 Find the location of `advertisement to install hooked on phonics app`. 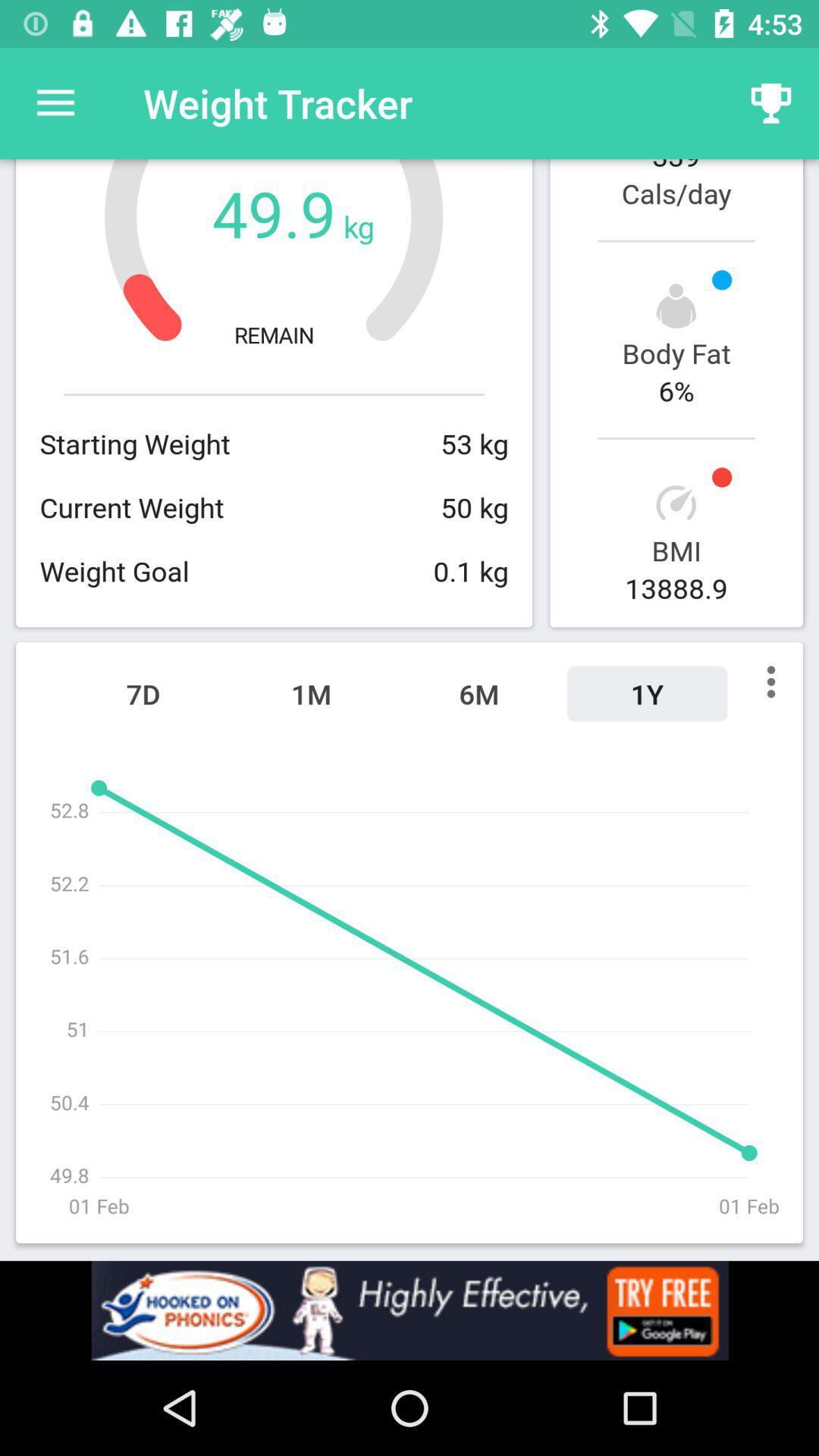

advertisement to install hooked on phonics app is located at coordinates (409, 1310).